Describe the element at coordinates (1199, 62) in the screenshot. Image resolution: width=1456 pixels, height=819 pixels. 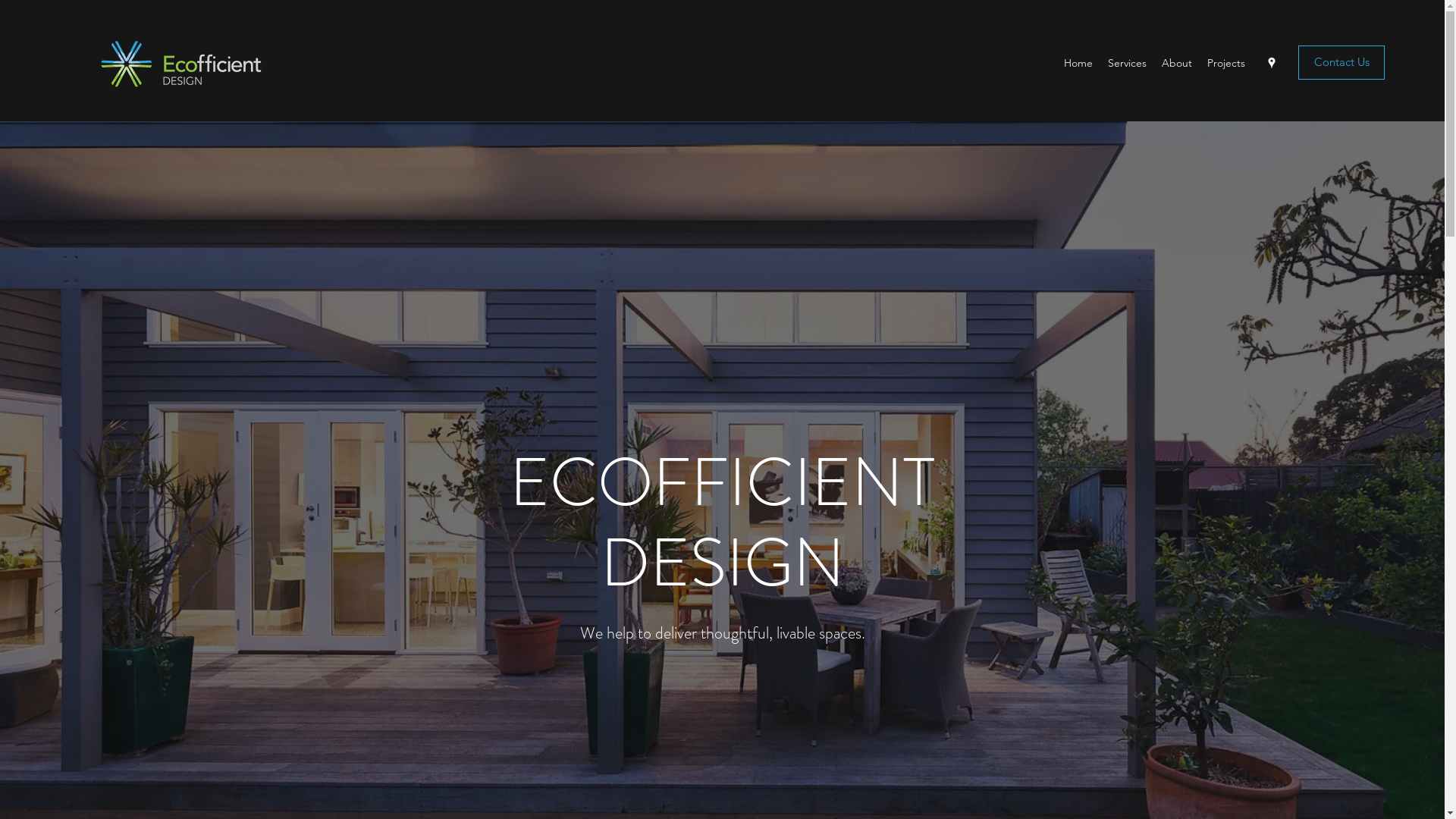
I see `'Projects'` at that location.